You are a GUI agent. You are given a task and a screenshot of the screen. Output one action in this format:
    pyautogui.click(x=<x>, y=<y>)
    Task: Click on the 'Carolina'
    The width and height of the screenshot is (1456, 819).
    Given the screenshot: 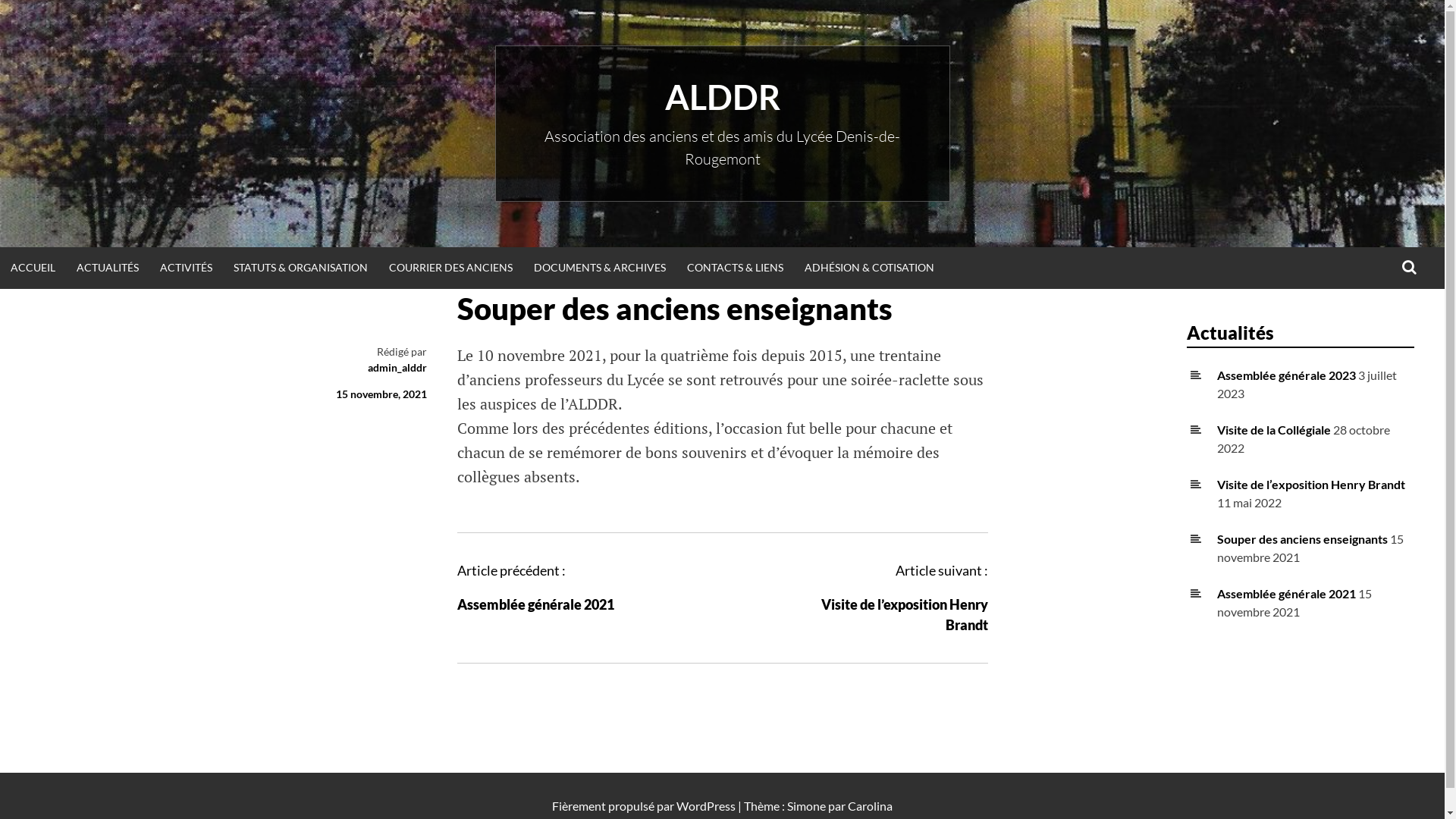 What is the action you would take?
    pyautogui.click(x=870, y=805)
    